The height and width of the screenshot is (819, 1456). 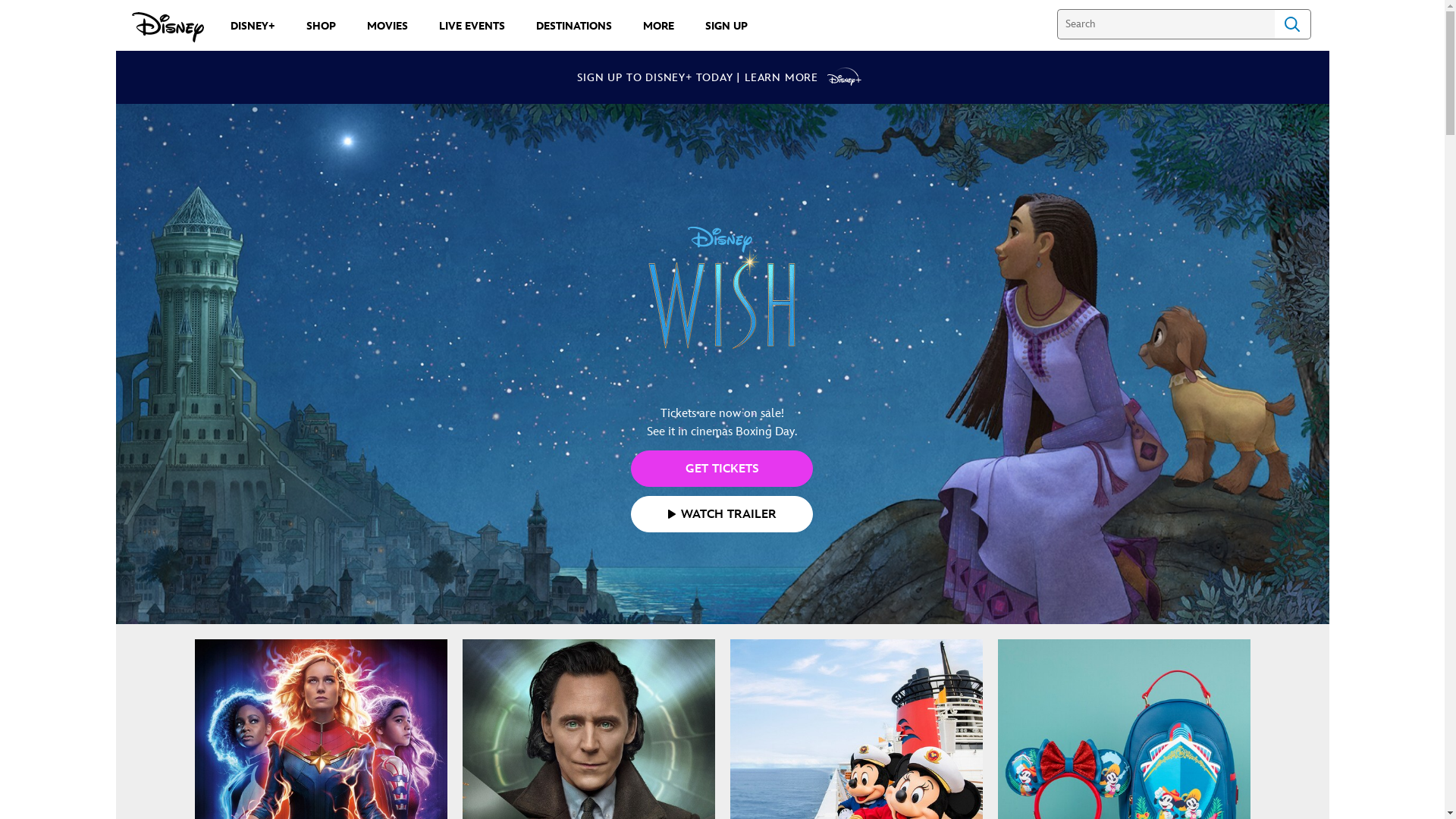 I want to click on 'MOVIES', so click(x=387, y=25).